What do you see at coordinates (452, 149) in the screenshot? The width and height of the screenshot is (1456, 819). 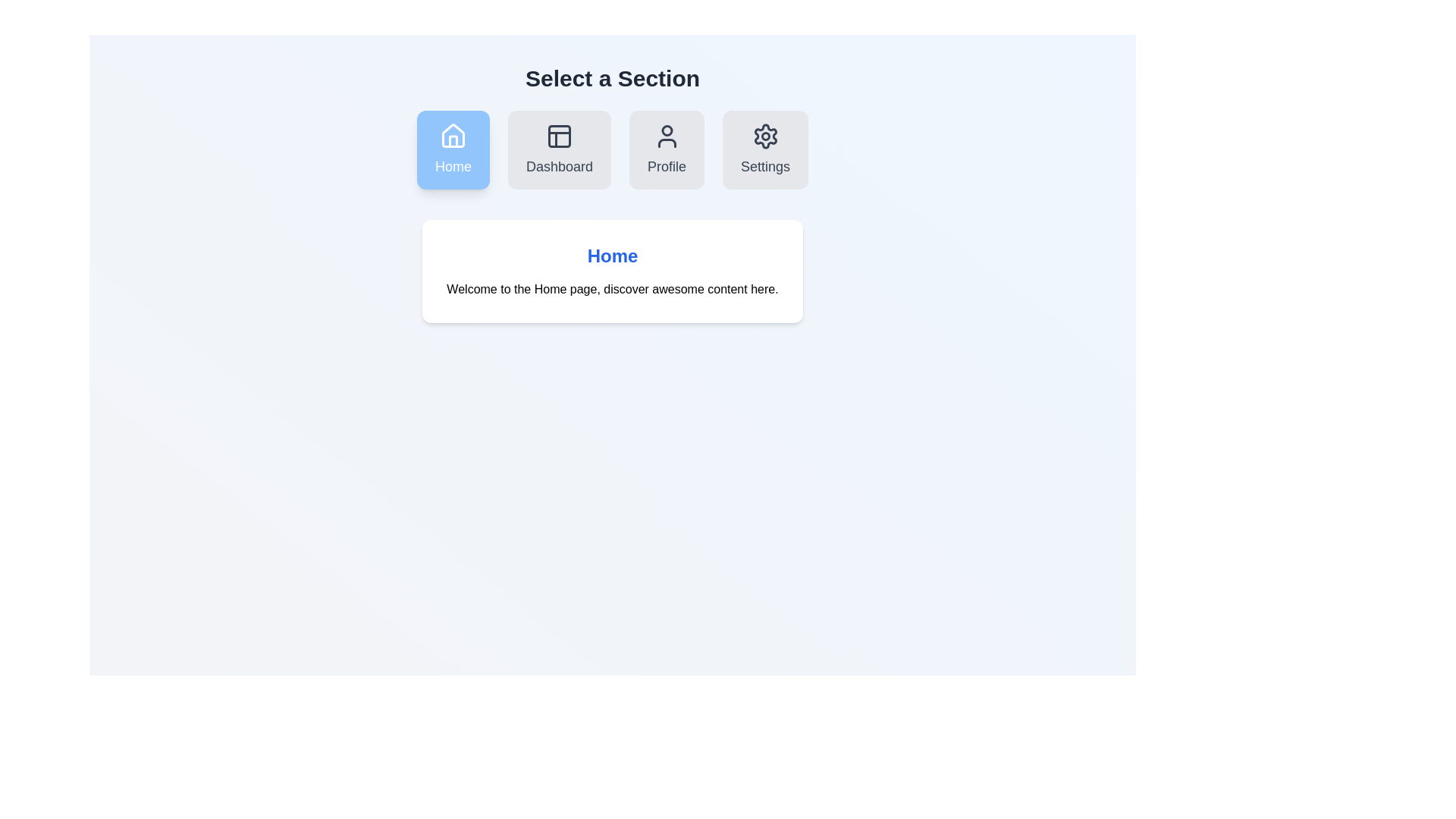 I see `the Home section icon to select it` at bounding box center [452, 149].